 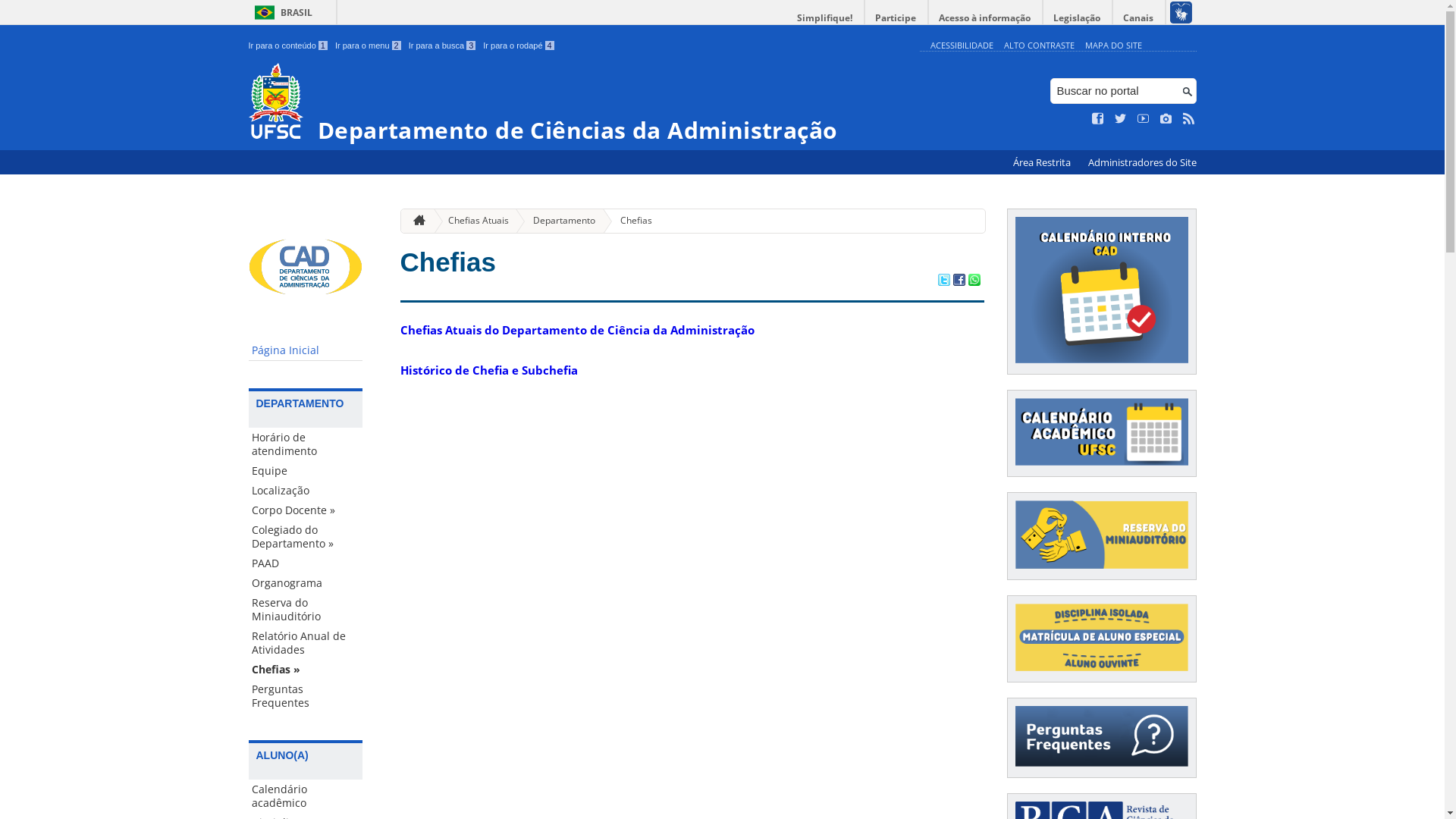 What do you see at coordinates (895, 17) in the screenshot?
I see `'Participe'` at bounding box center [895, 17].